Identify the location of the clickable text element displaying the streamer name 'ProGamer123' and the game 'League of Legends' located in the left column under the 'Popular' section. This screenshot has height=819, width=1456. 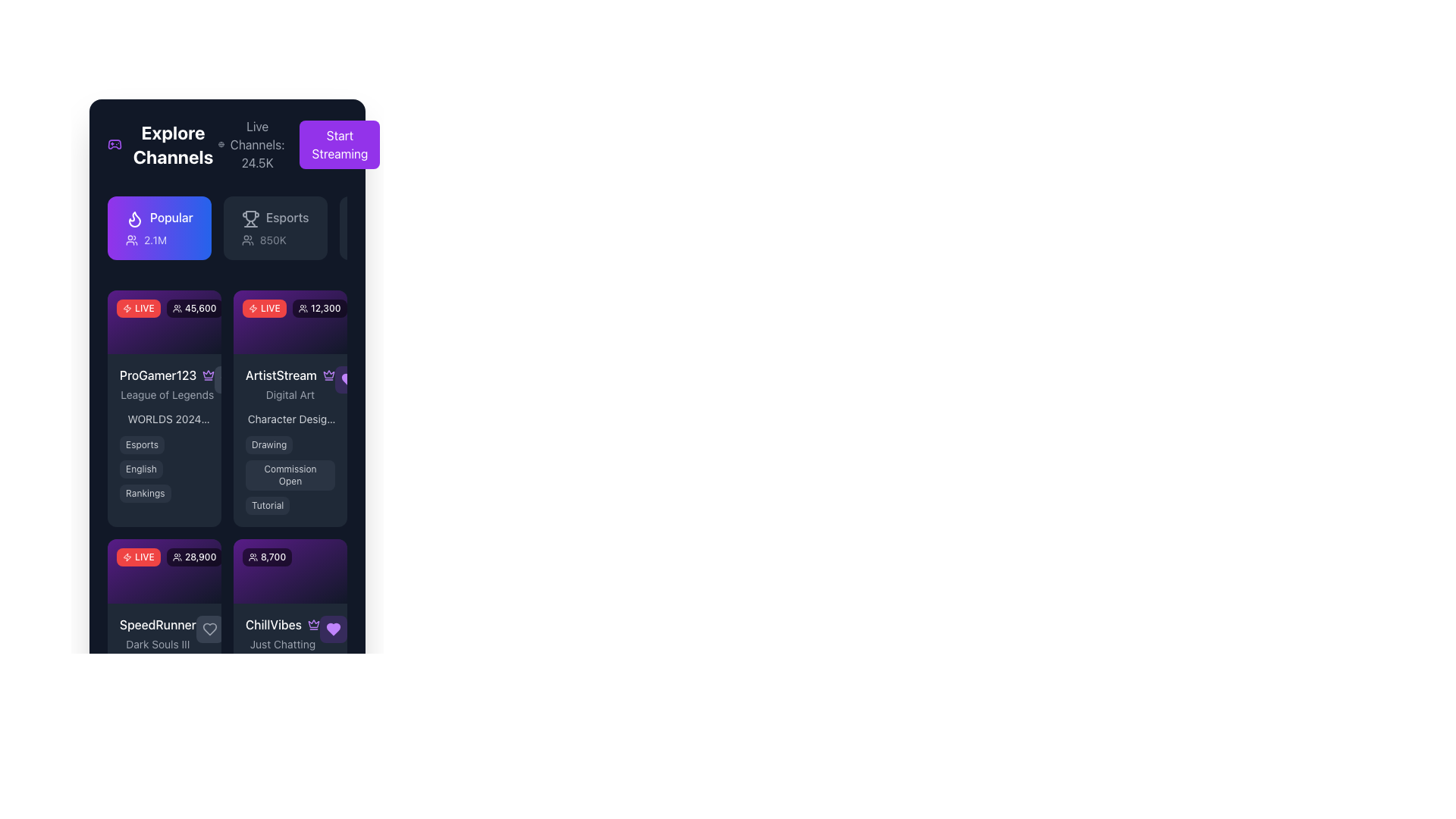
(164, 383).